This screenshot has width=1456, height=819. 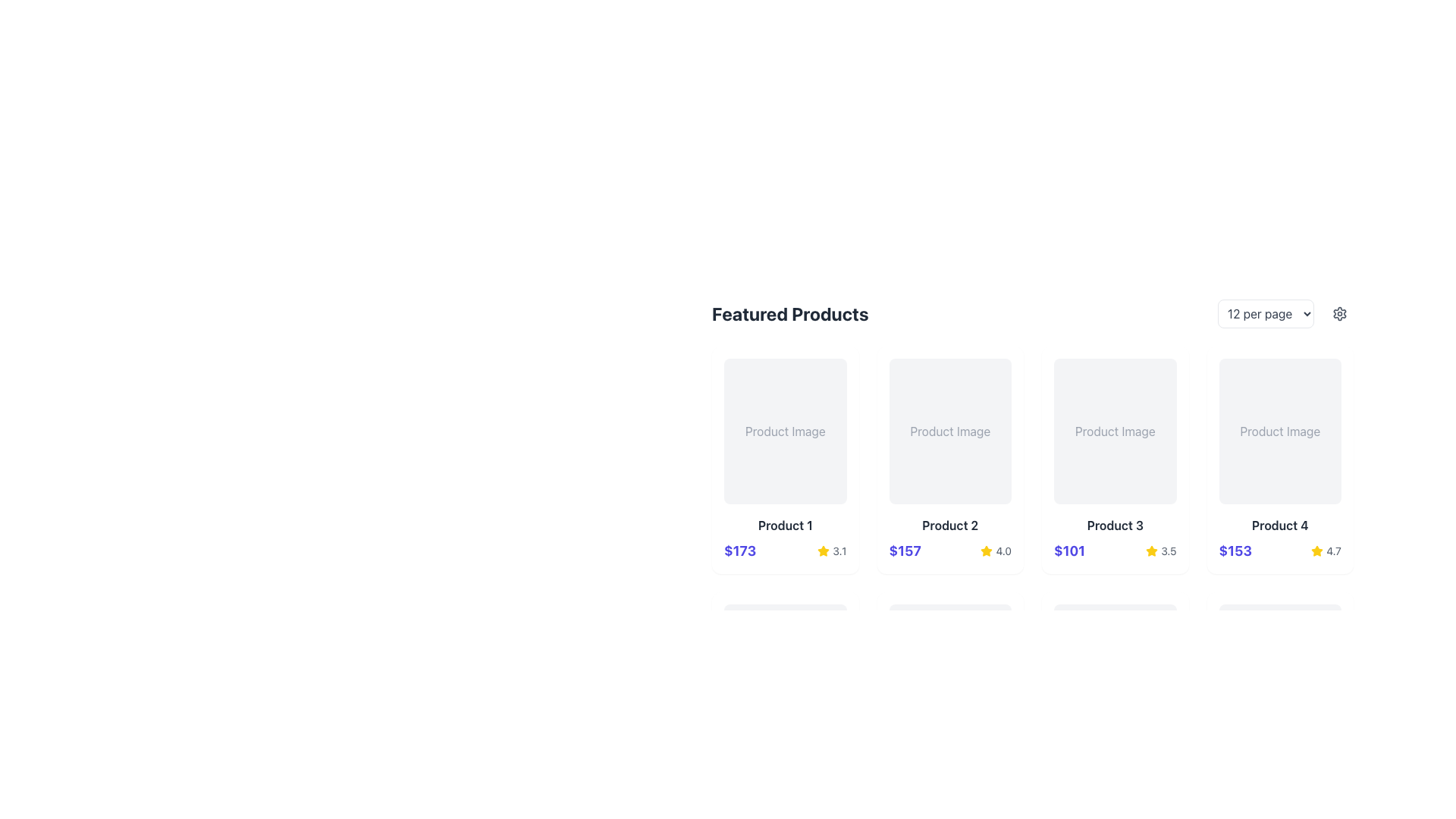 What do you see at coordinates (1285, 312) in the screenshot?
I see `the dropdown menu located in the top-right corner of the 'Featured Products' section` at bounding box center [1285, 312].